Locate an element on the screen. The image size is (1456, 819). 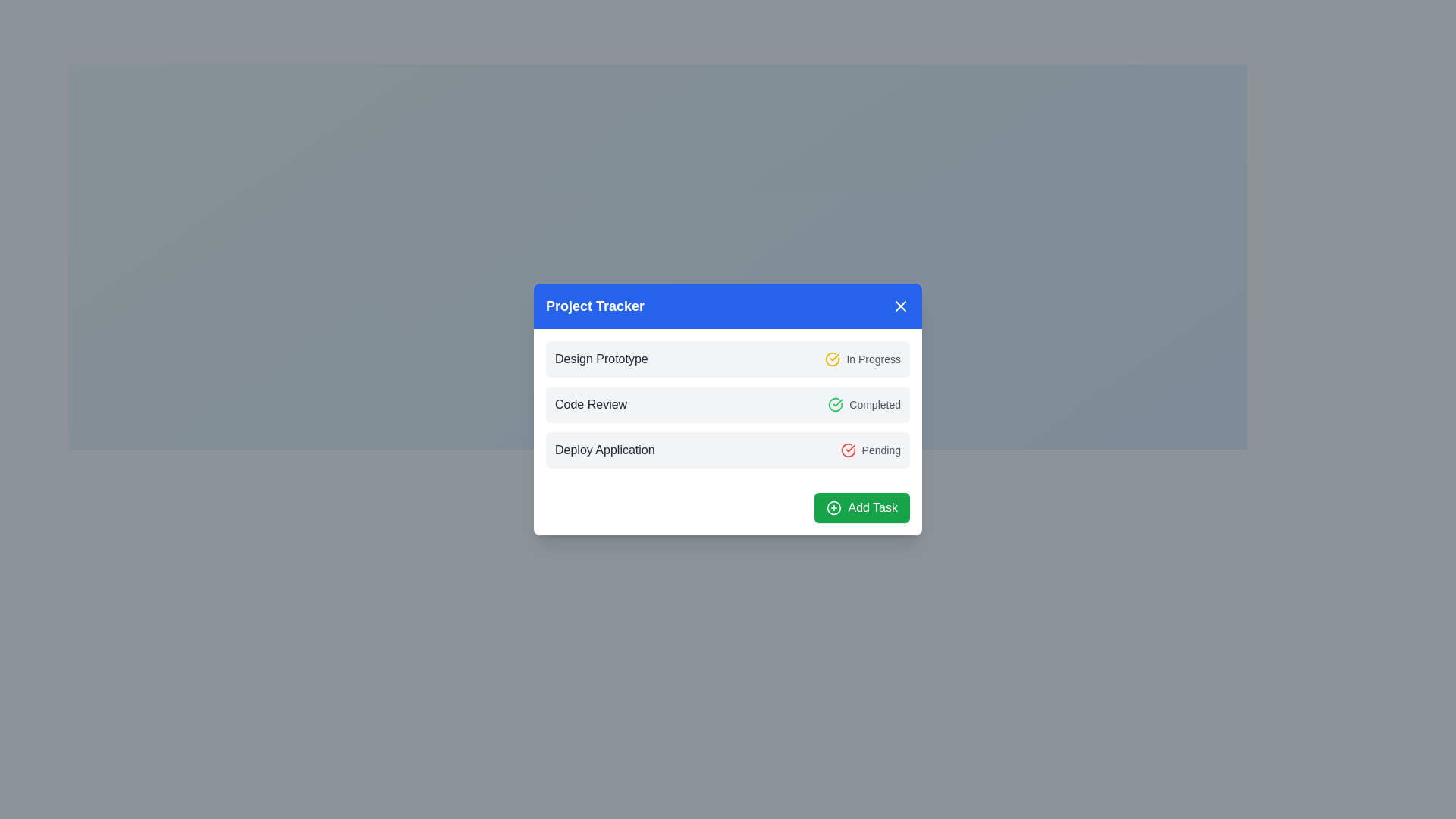
the completion status icon for the 'Code Review' task, located in the second row of the list next to the text 'Code Review' in the 'Completed' section is located at coordinates (835, 403).